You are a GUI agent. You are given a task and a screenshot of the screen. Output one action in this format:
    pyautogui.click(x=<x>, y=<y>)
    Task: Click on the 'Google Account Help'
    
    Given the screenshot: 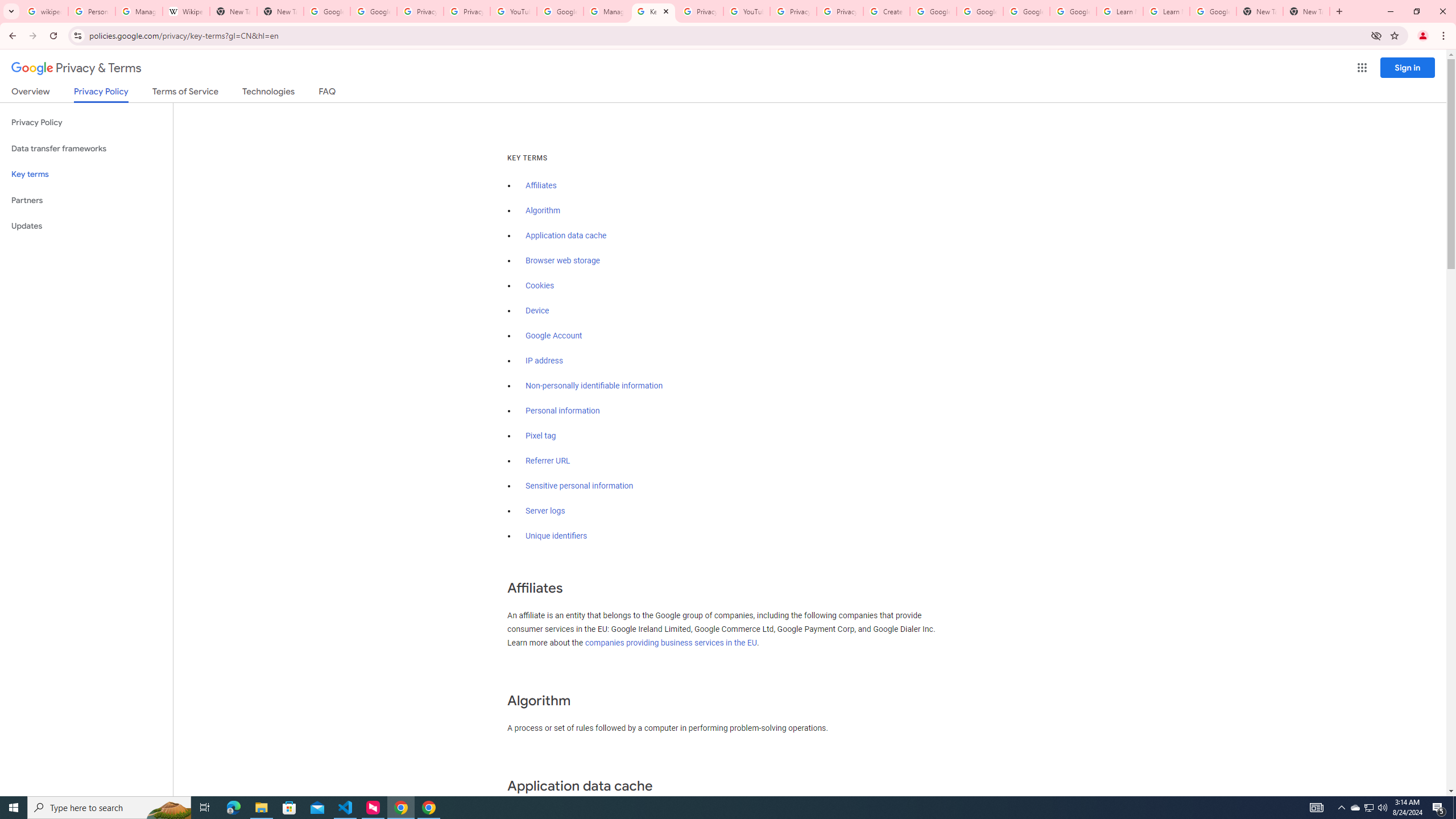 What is the action you would take?
    pyautogui.click(x=981, y=11)
    